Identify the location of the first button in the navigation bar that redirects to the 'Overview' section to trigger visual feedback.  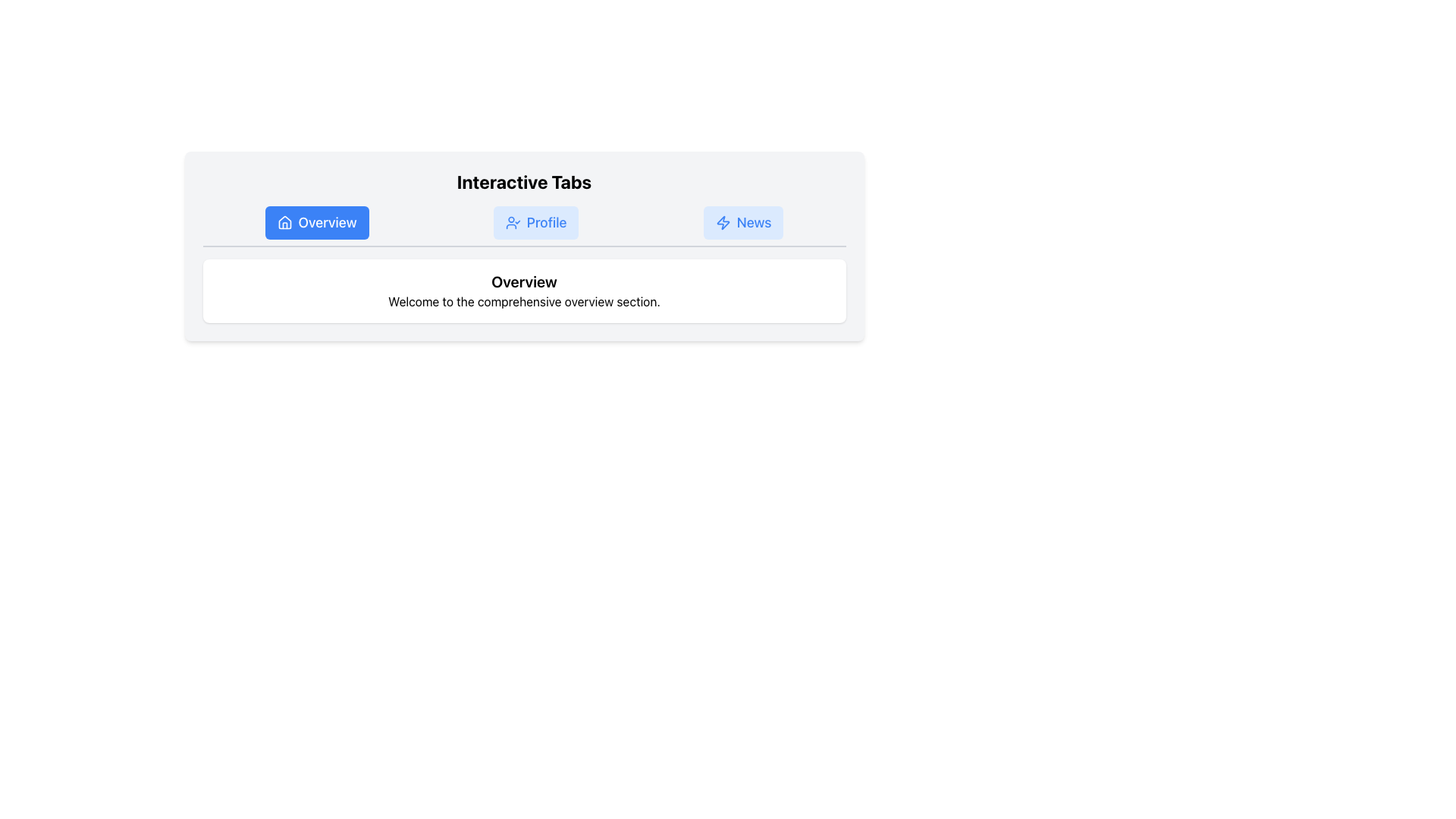
(315, 222).